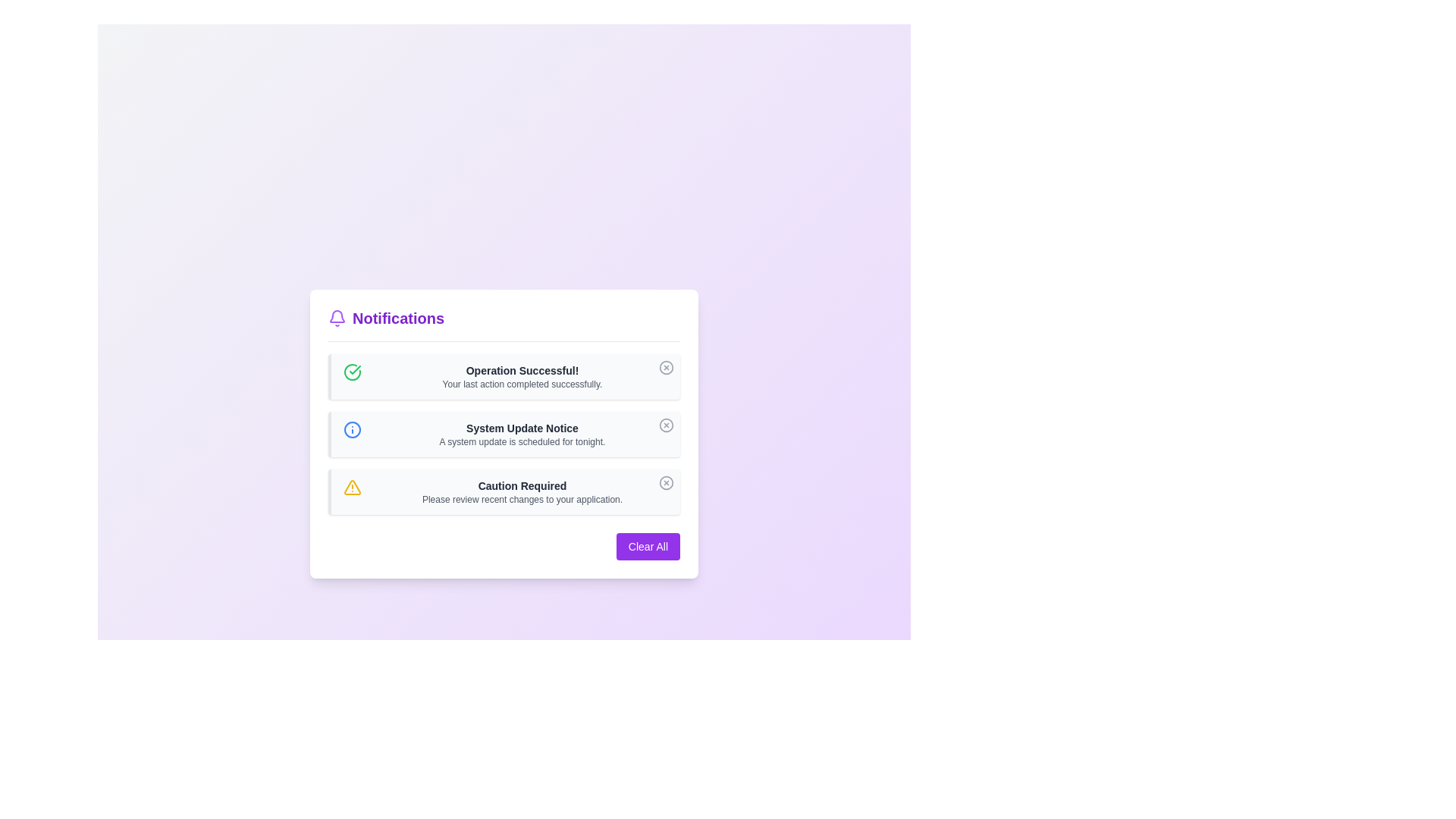 This screenshot has width=1456, height=819. Describe the element at coordinates (352, 372) in the screenshot. I see `the green circular icon with a checkmark inside it, located in the top-left corner of the notification panel indicating a successful operation` at that location.